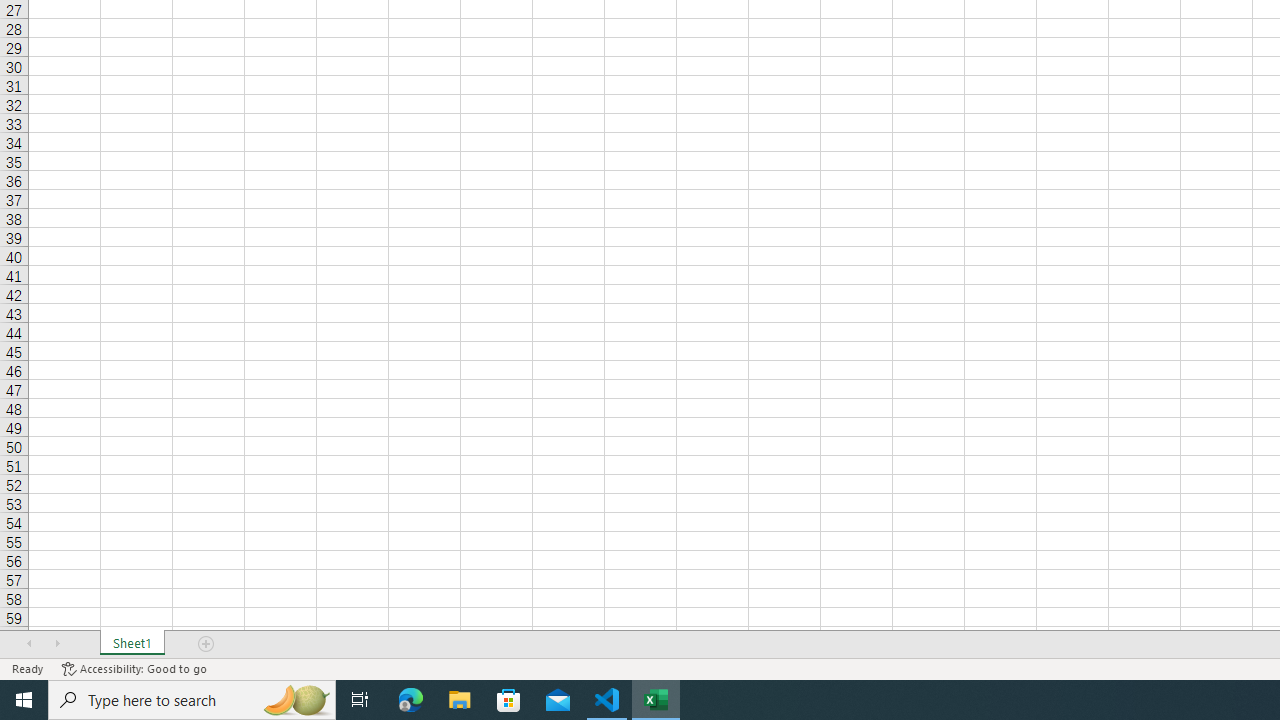  Describe the element at coordinates (207, 644) in the screenshot. I see `'Add Sheet'` at that location.